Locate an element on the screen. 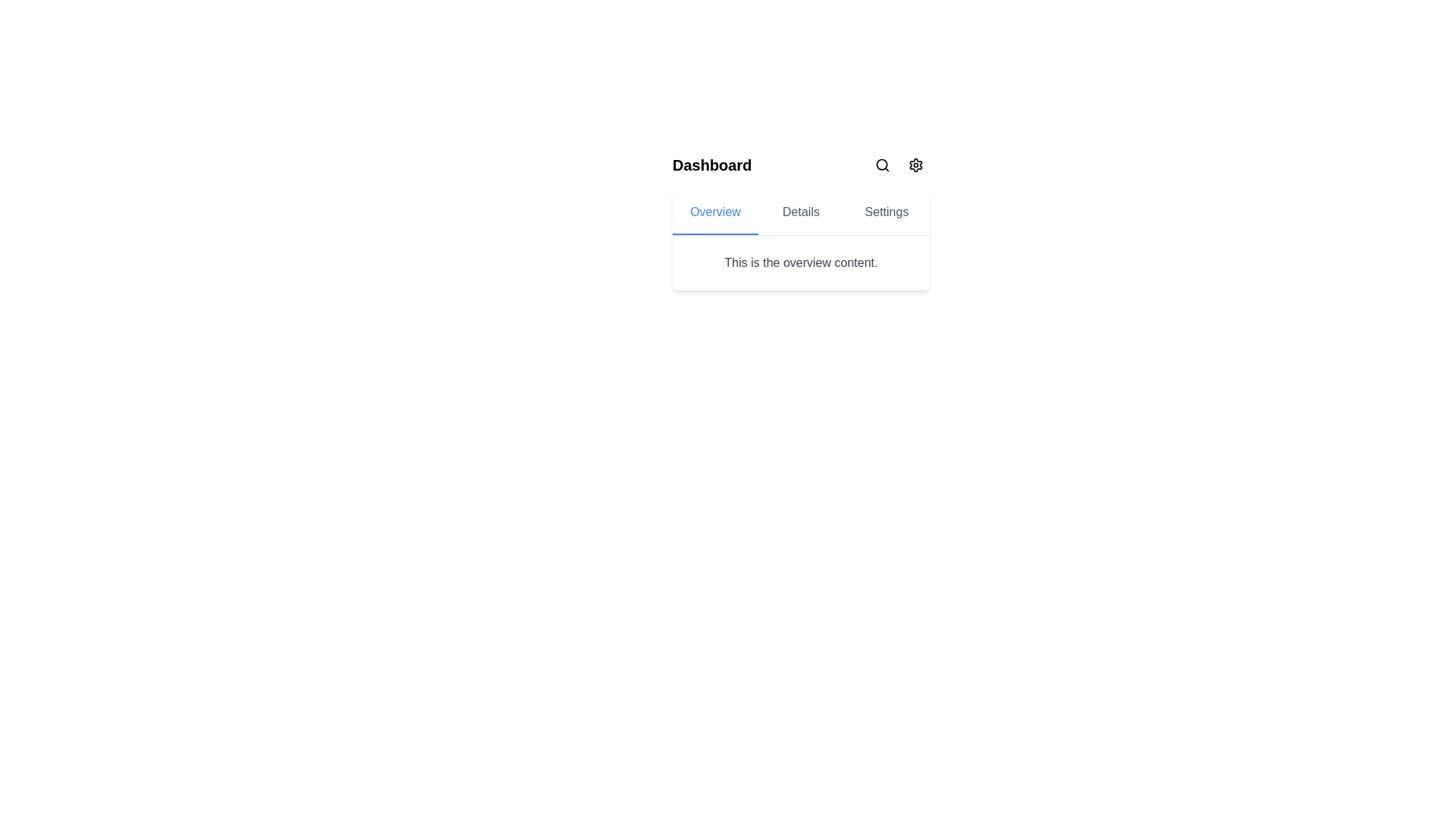 The width and height of the screenshot is (1456, 819). the gear icon located at the top-right corner of the interface, adjacent to the search icon is located at coordinates (915, 165).